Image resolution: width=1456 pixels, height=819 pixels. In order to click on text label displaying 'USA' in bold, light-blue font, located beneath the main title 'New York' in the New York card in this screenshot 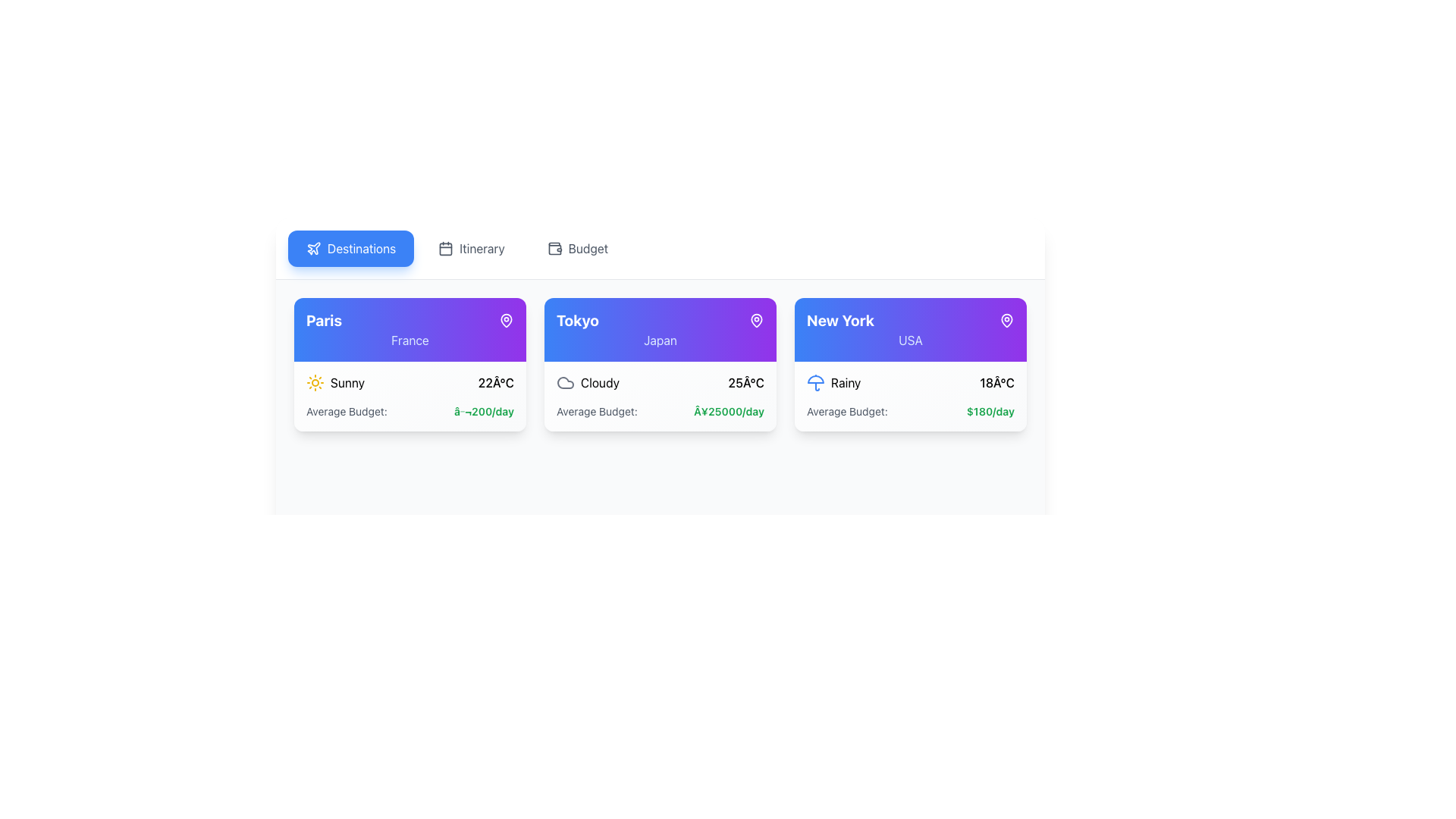, I will do `click(910, 339)`.